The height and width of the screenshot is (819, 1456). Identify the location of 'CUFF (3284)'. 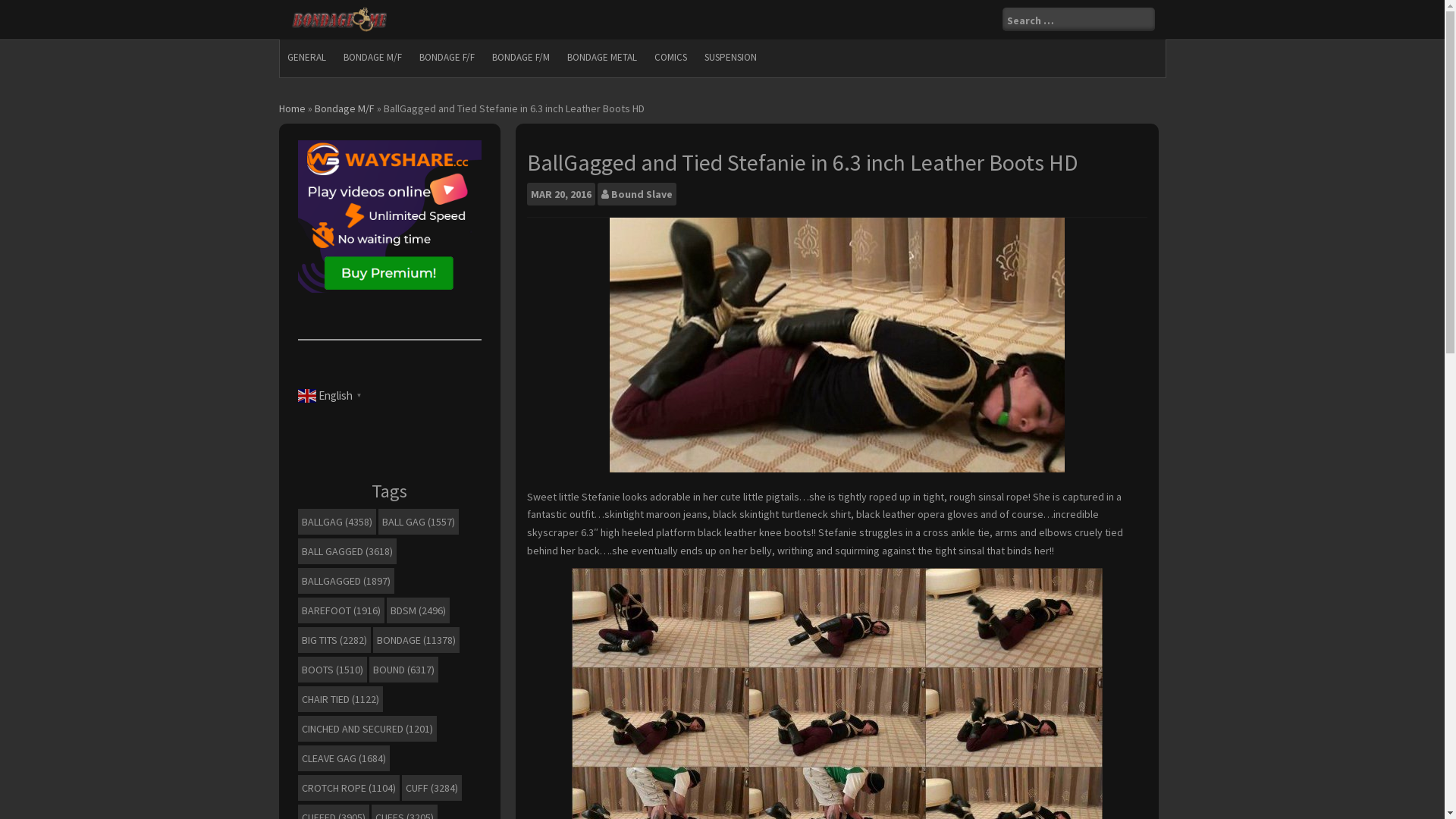
(401, 786).